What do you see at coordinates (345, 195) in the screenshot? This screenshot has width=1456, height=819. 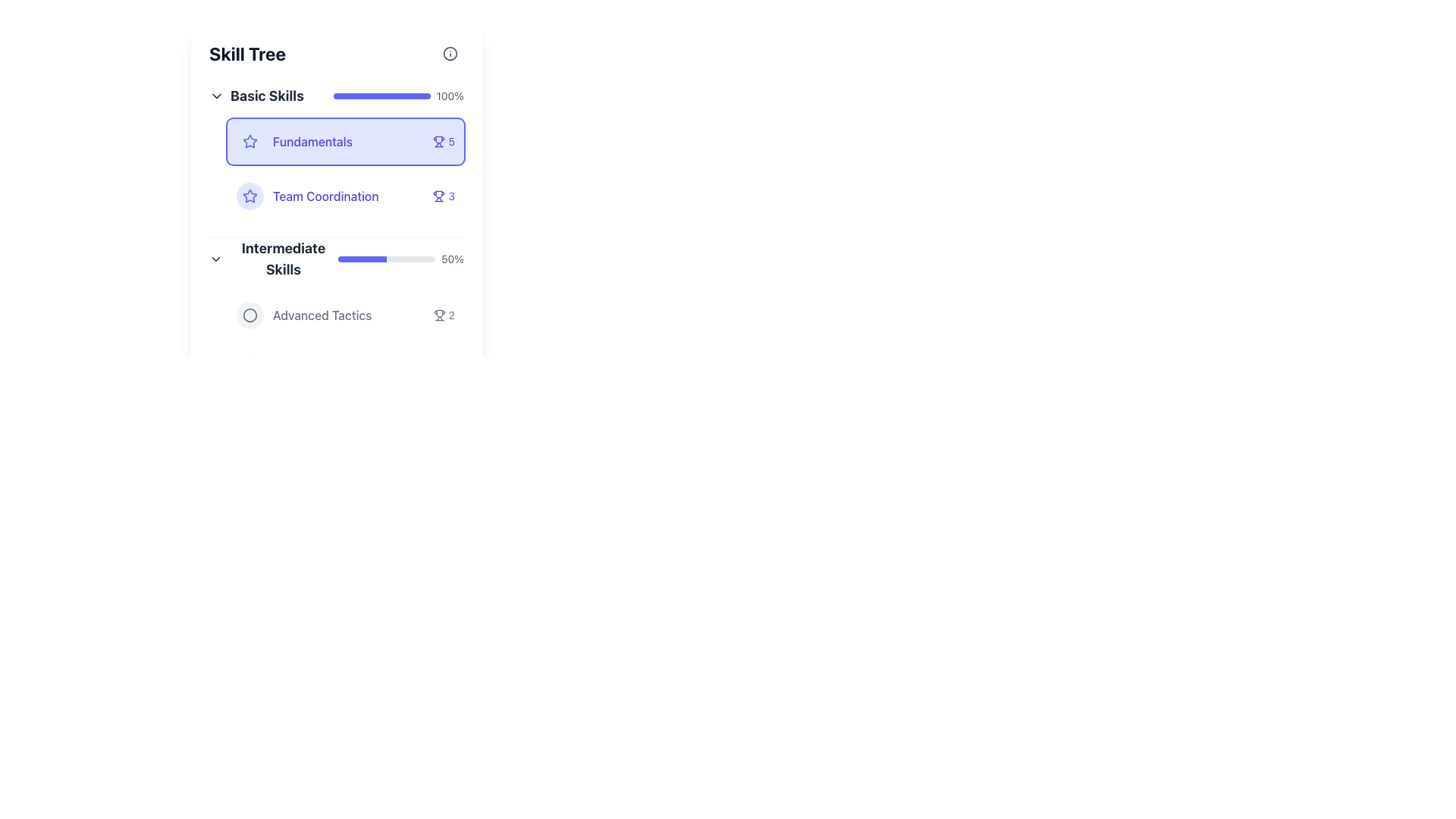 I see `the 'Team Coordination' skill block` at bounding box center [345, 195].